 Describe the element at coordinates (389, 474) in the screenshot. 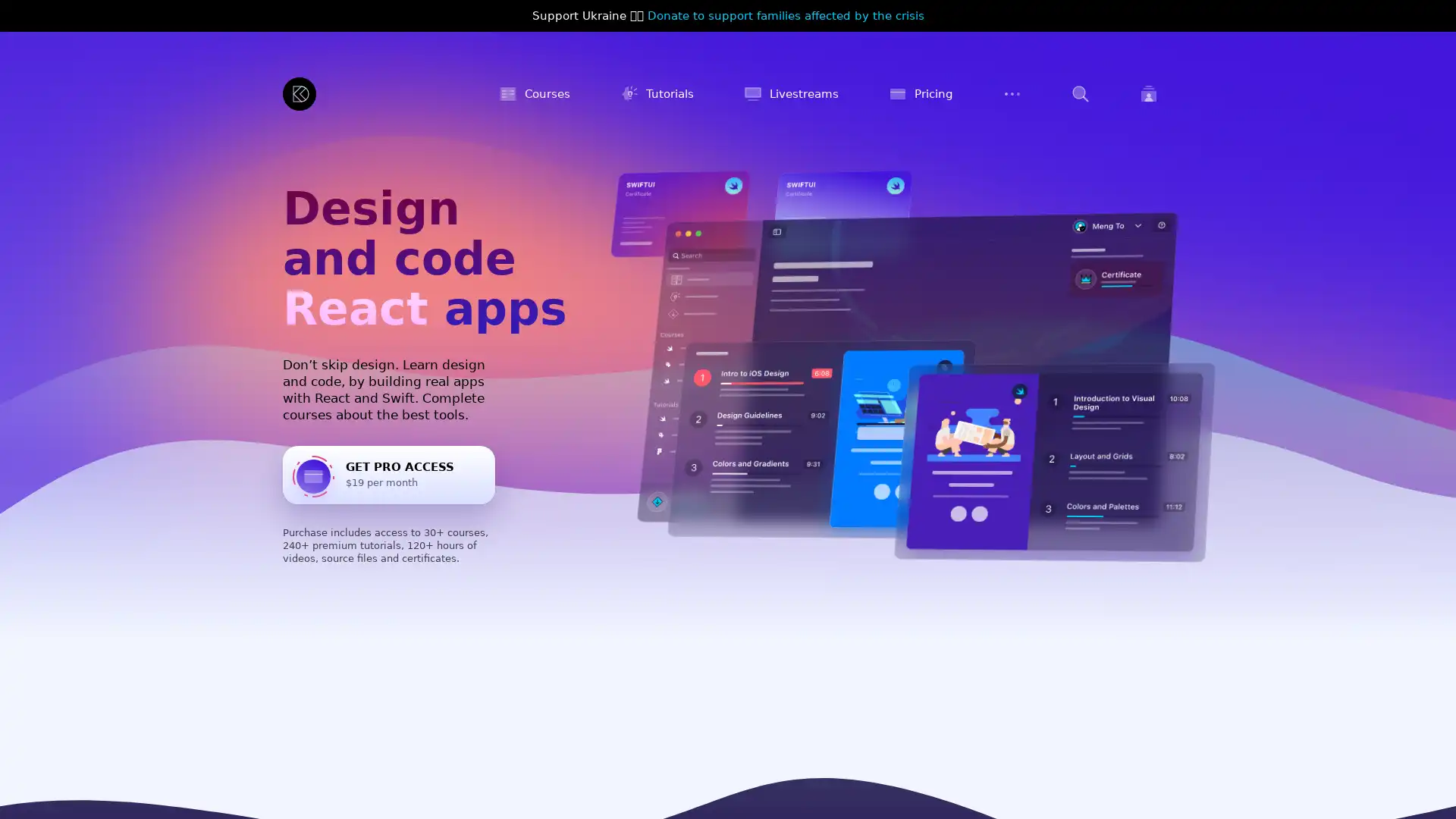

I see `Get Pro Access icon GET PRO ACCESS $19 per month` at that location.